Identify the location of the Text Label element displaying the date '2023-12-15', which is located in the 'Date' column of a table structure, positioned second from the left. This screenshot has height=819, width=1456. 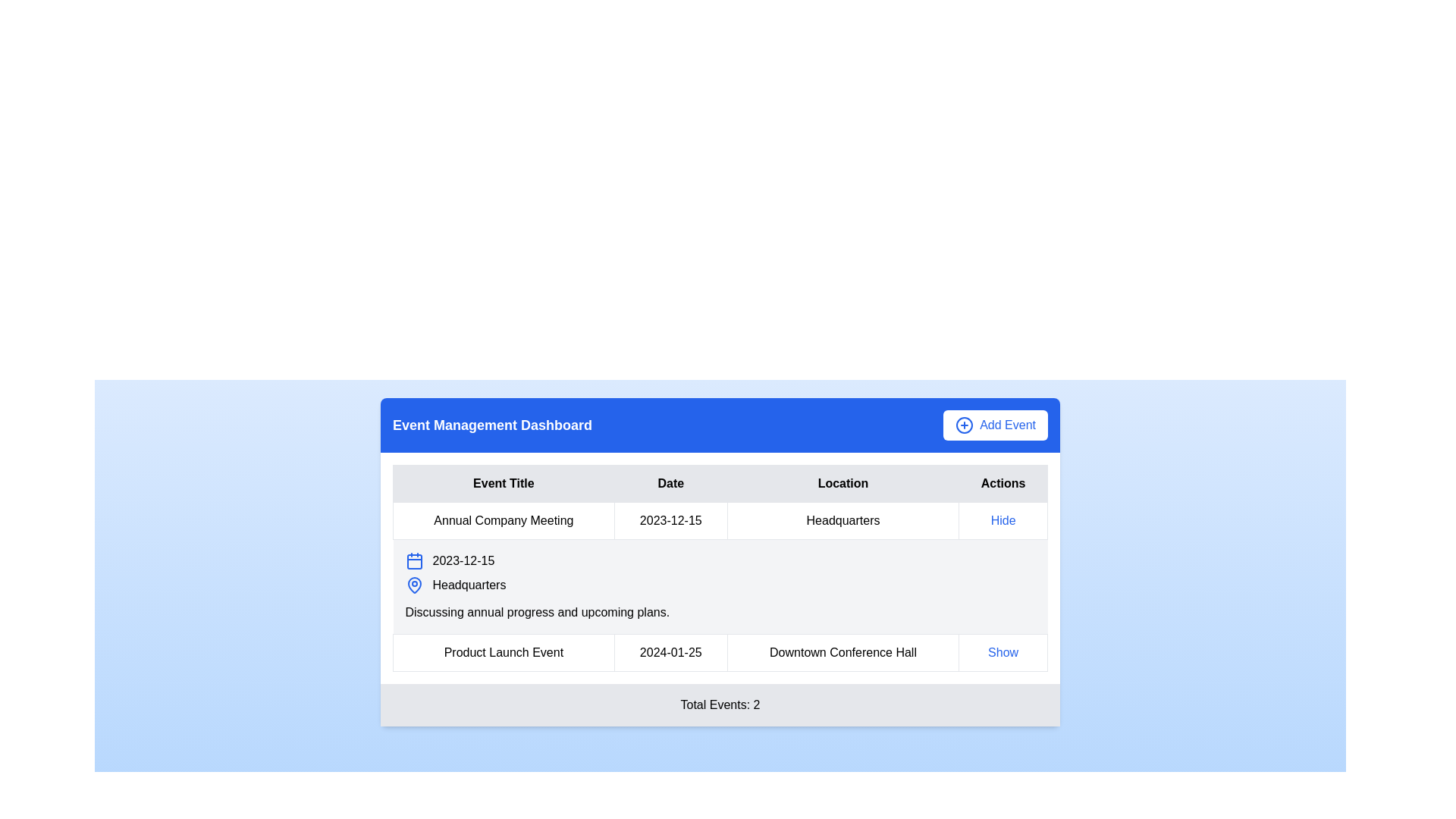
(670, 519).